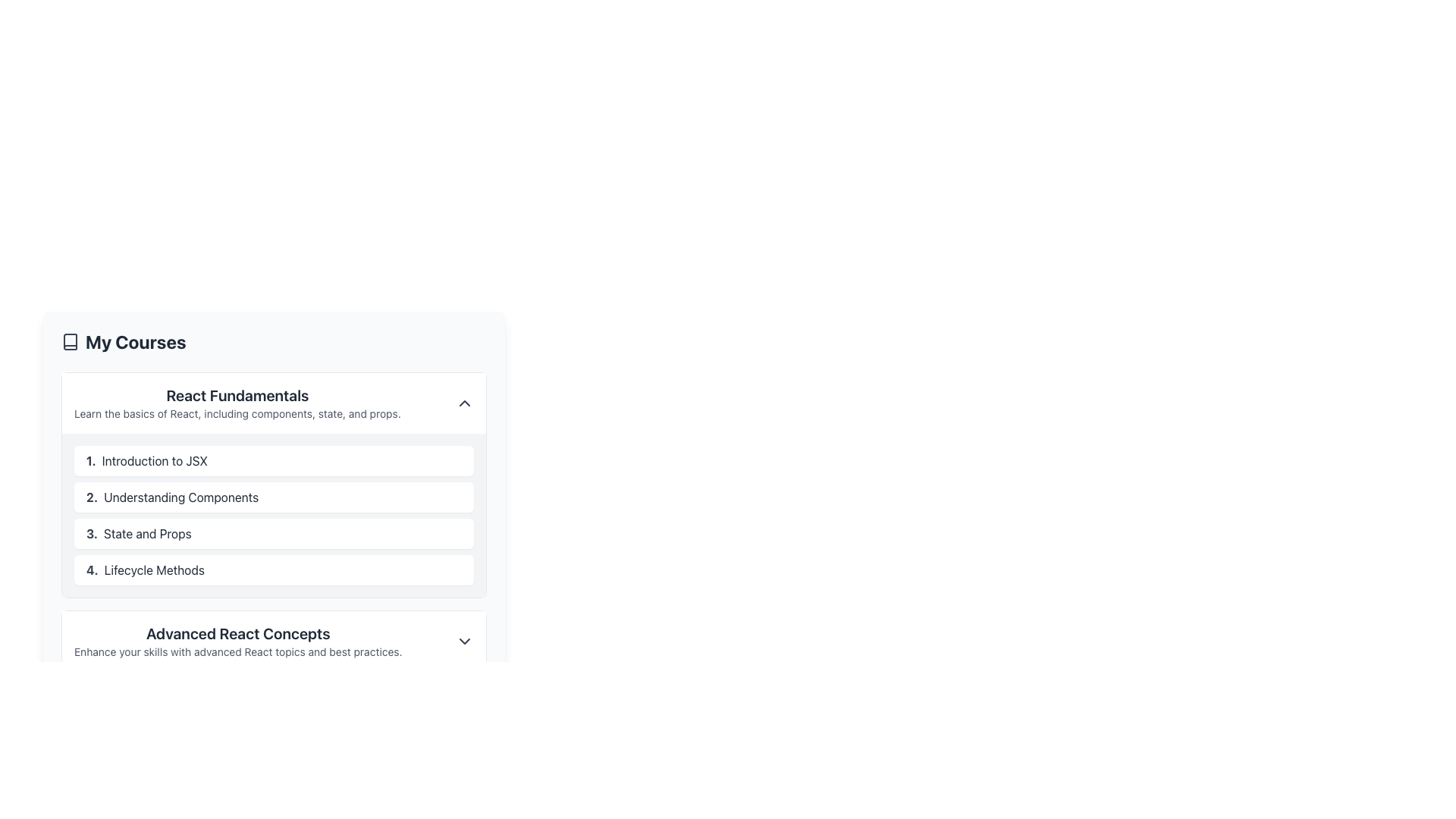 This screenshot has height=819, width=1456. Describe the element at coordinates (274, 403) in the screenshot. I see `the Dropdown Header titled 'React Fundamentals'` at that location.